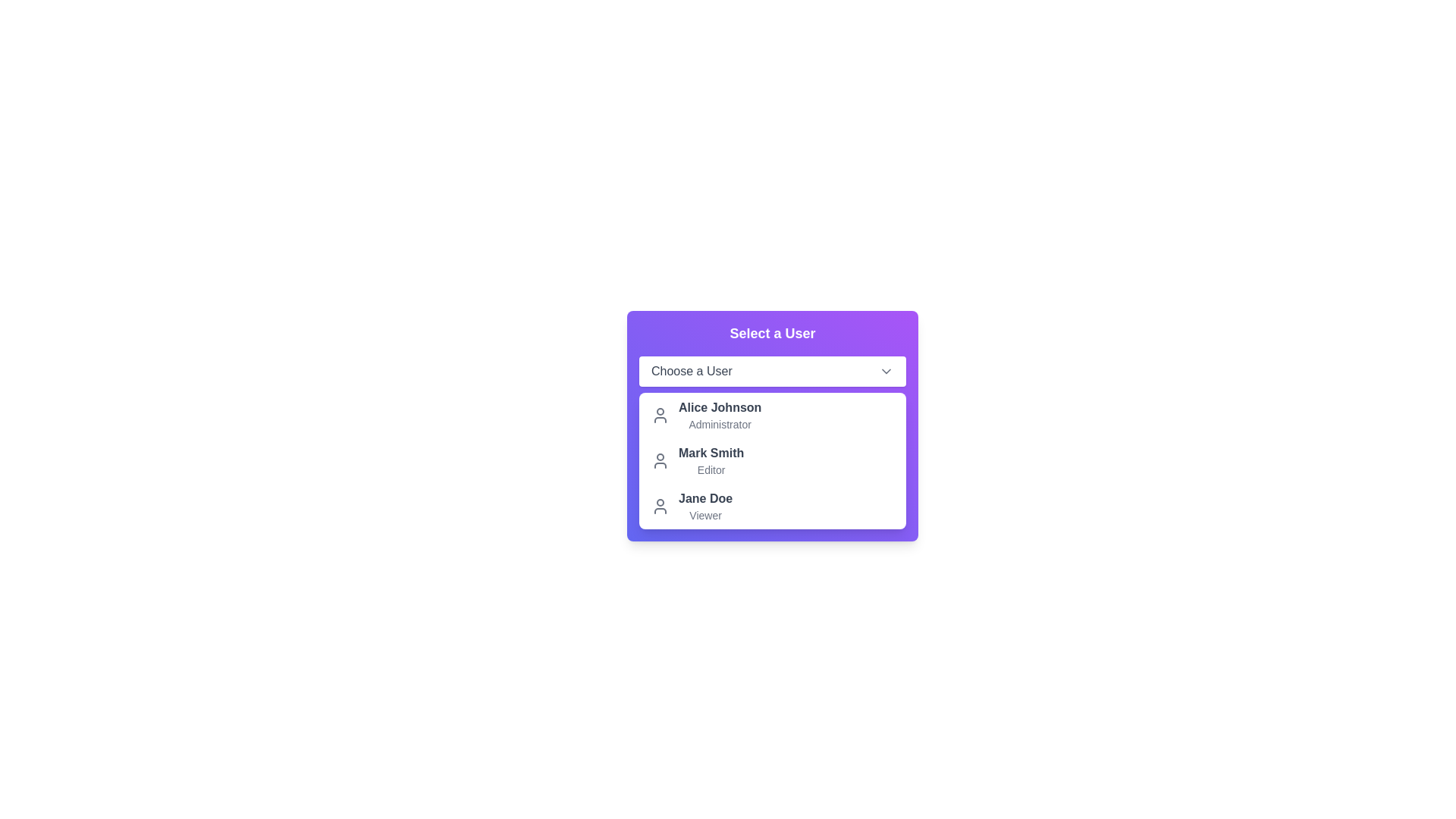 Image resolution: width=1456 pixels, height=819 pixels. What do you see at coordinates (719, 415) in the screenshot?
I see `the non-interactive Text Label displaying the user's name and role in the user selection dropdown menu, positioned in the top-left corner of the list` at bounding box center [719, 415].